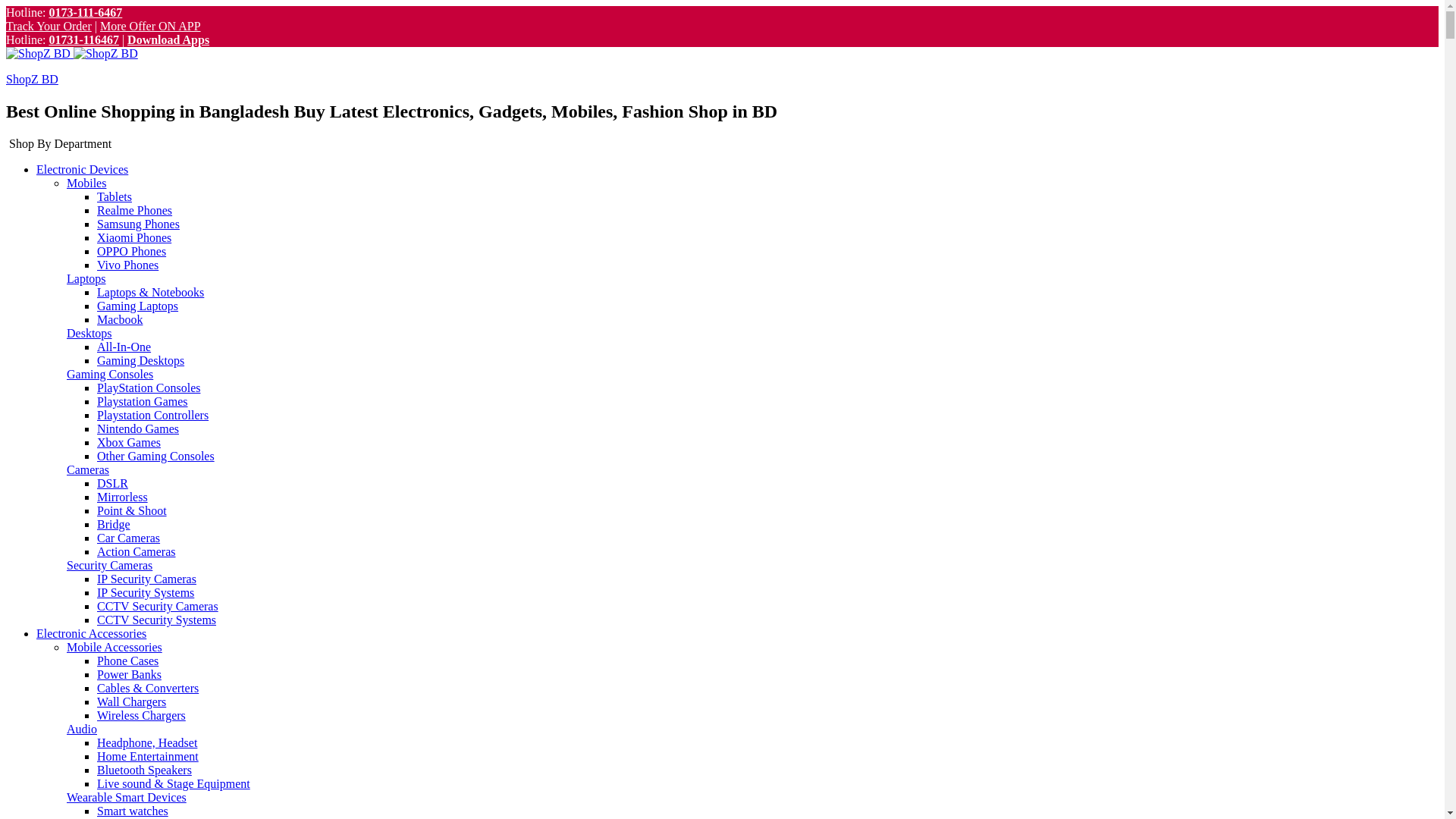 The width and height of the screenshot is (1456, 819). Describe the element at coordinates (157, 605) in the screenshot. I see `'CCTV Security Cameras'` at that location.